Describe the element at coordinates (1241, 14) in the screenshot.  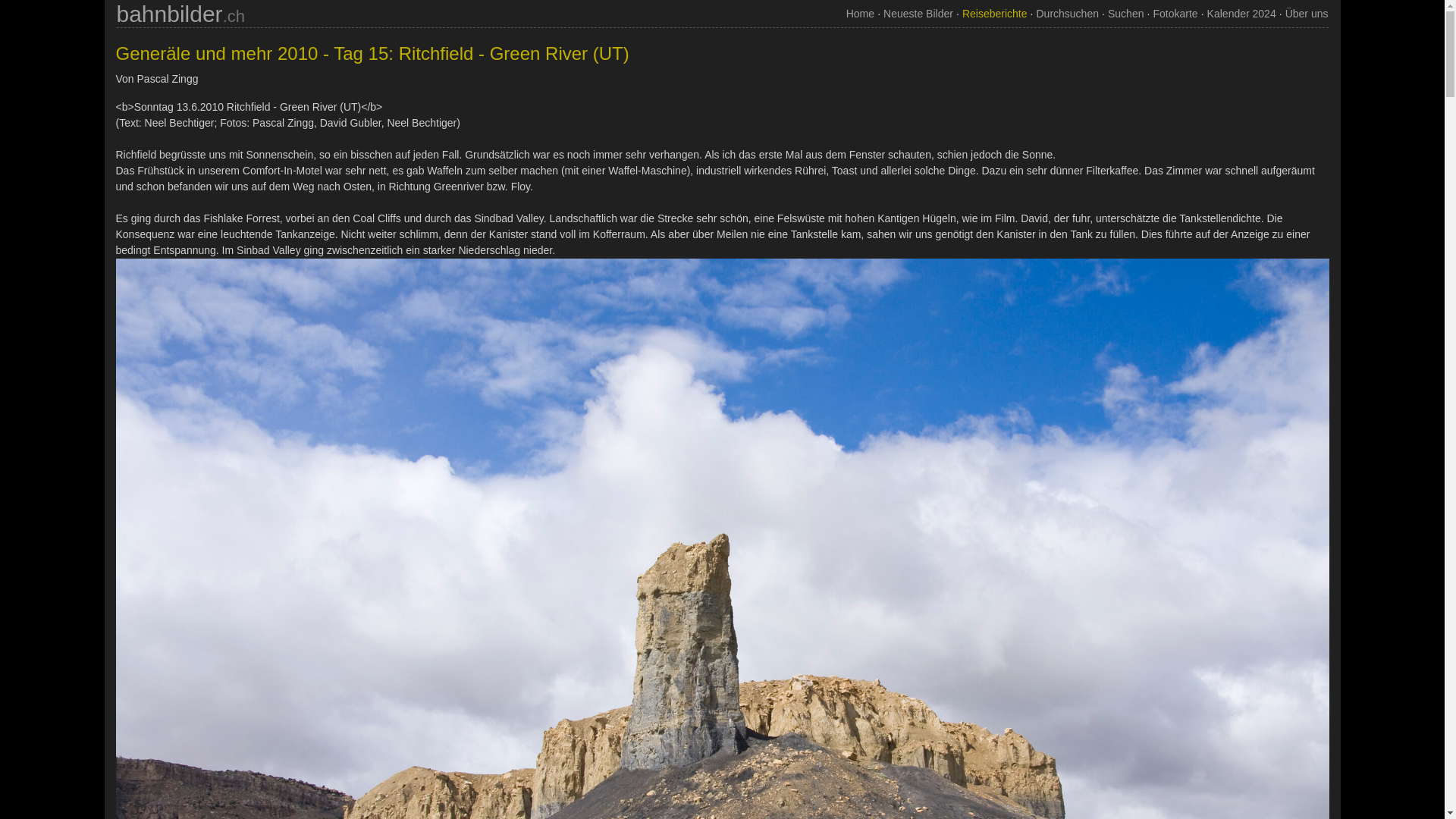
I see `'Kalender 2024'` at that location.